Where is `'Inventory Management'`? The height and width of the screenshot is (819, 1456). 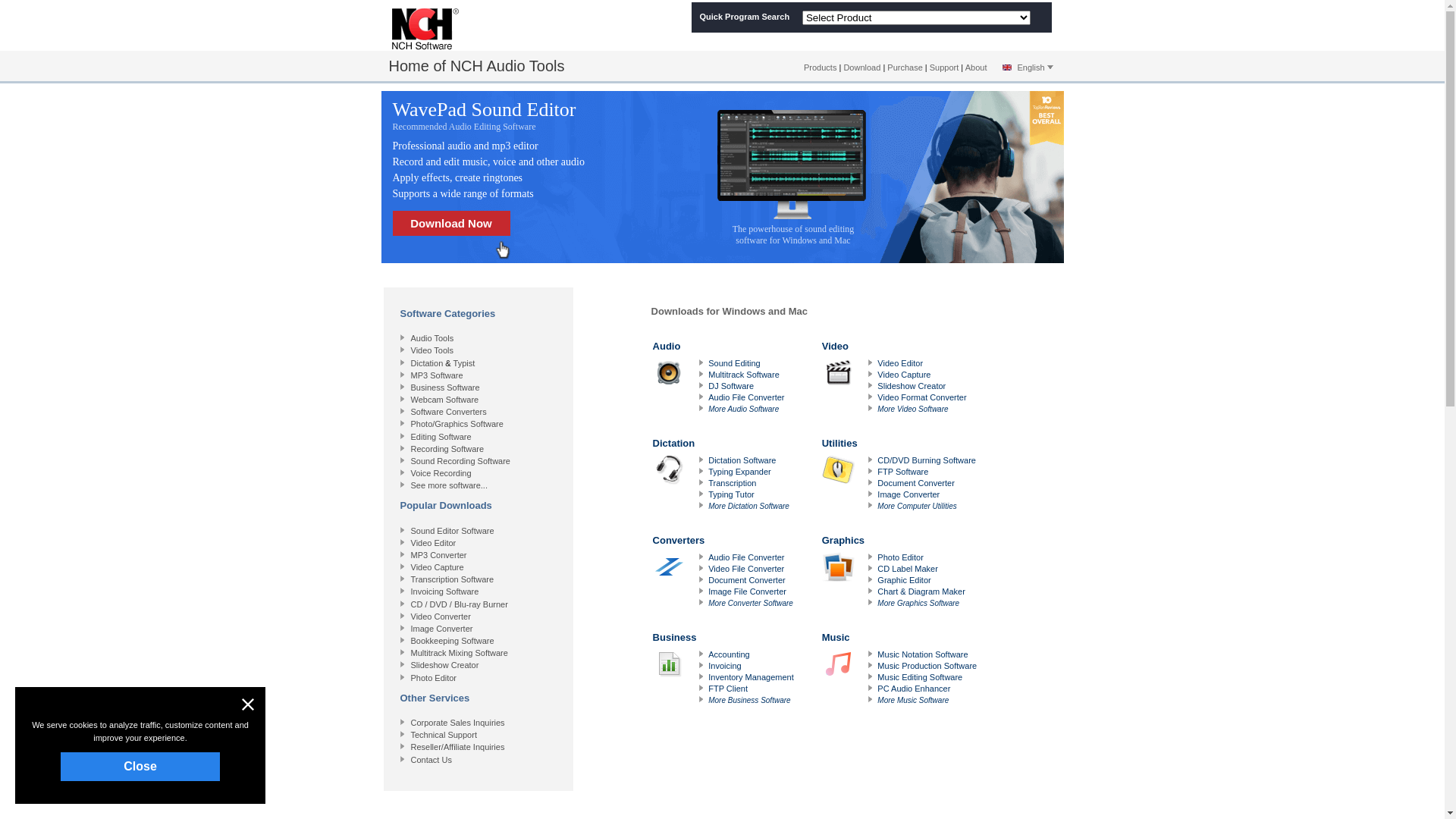
'Inventory Management' is located at coordinates (751, 676).